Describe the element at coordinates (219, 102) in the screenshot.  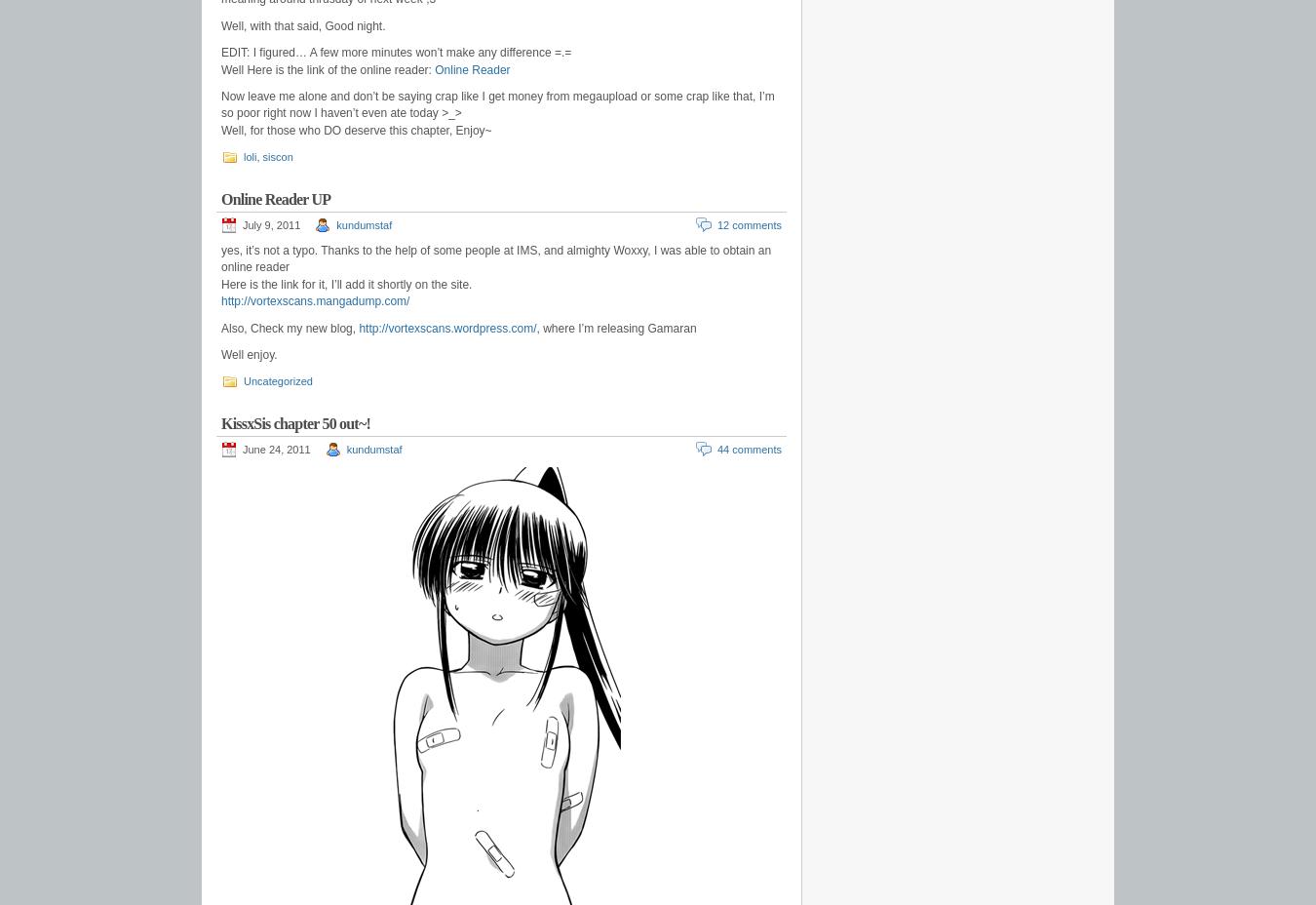
I see `'Now leave me alone and don’t be saying crap like I get money from megaupload or some crap like that, I’m so poor right now I haven’t even ate today >_>'` at that location.